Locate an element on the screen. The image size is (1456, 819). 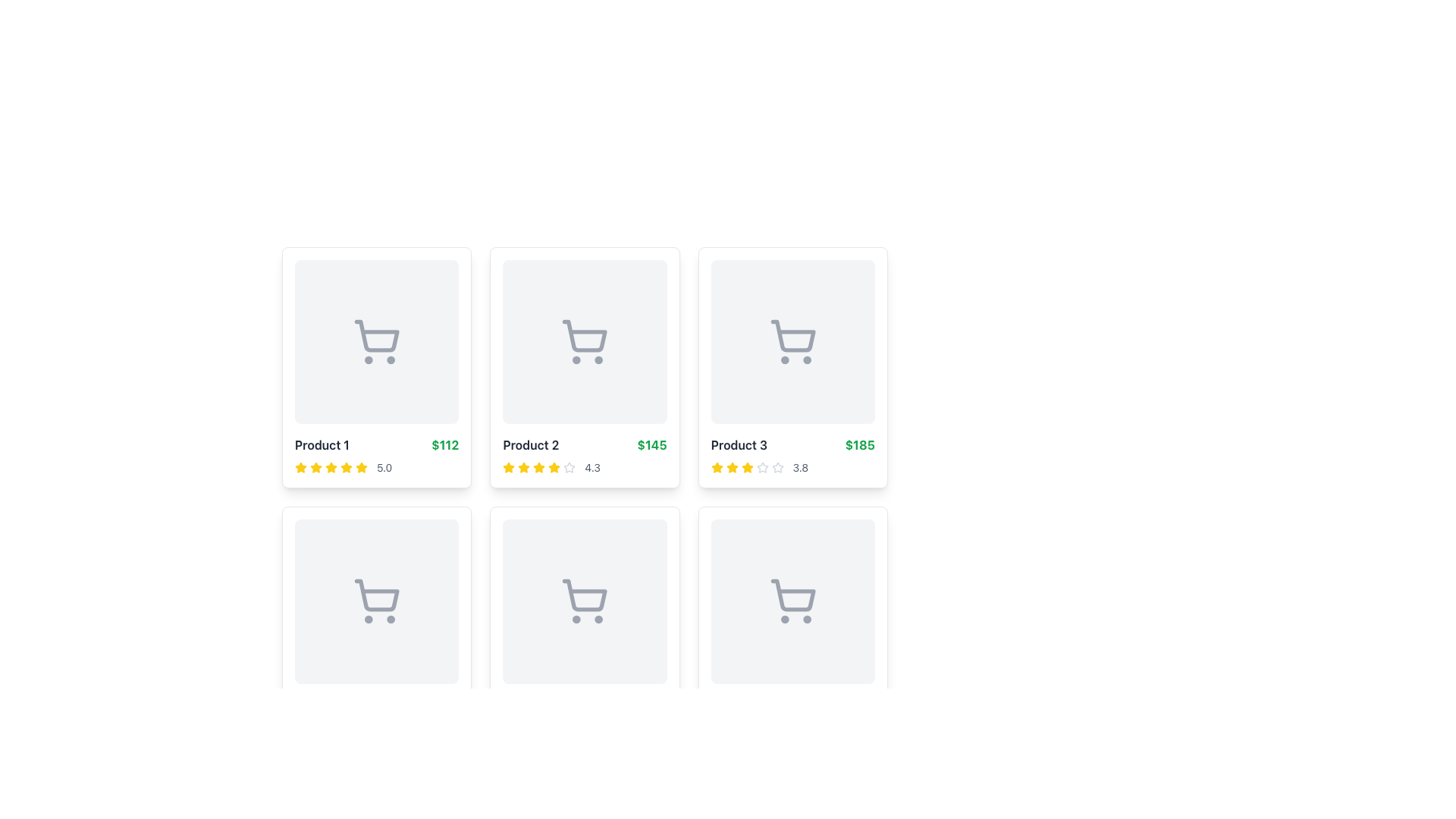
the 'favorite' button located at the top-right corner of the product card for 'Product 2' to change its color is located at coordinates (644, 283).